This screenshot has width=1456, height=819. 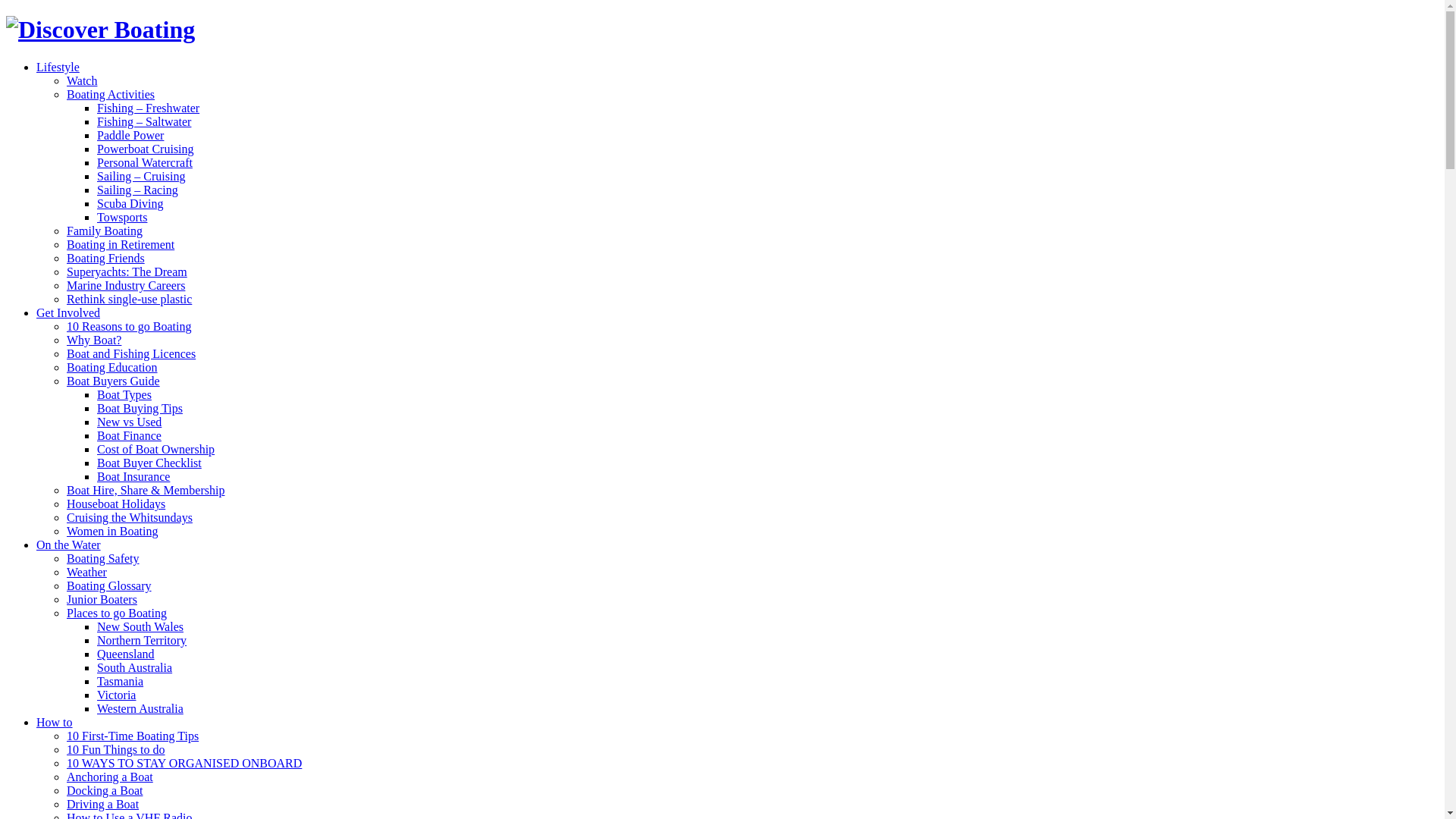 What do you see at coordinates (96, 217) in the screenshot?
I see `'Towsports'` at bounding box center [96, 217].